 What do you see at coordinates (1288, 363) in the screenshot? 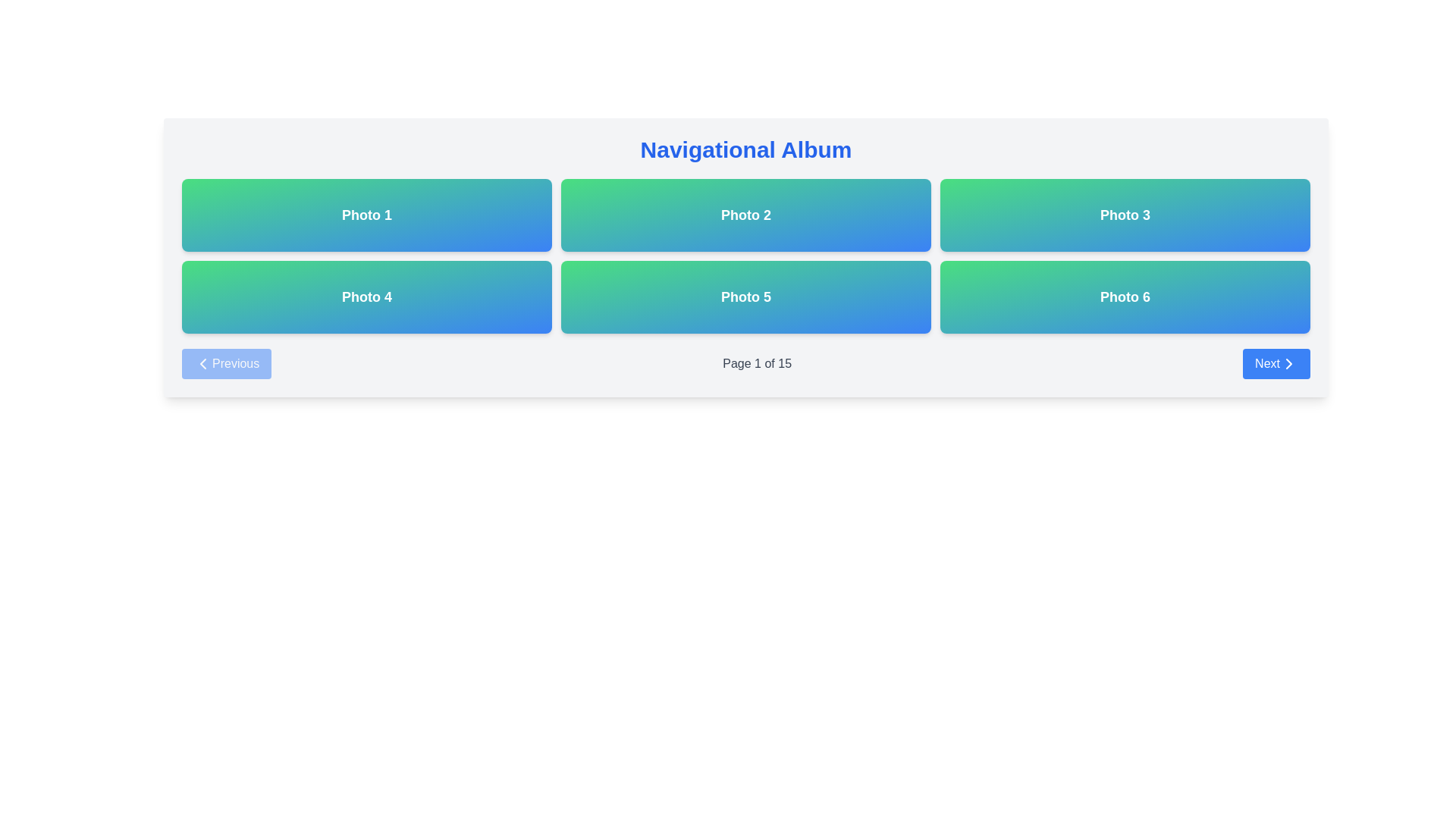
I see `the right-pointing arrow icon within the blue 'Next' button` at bounding box center [1288, 363].